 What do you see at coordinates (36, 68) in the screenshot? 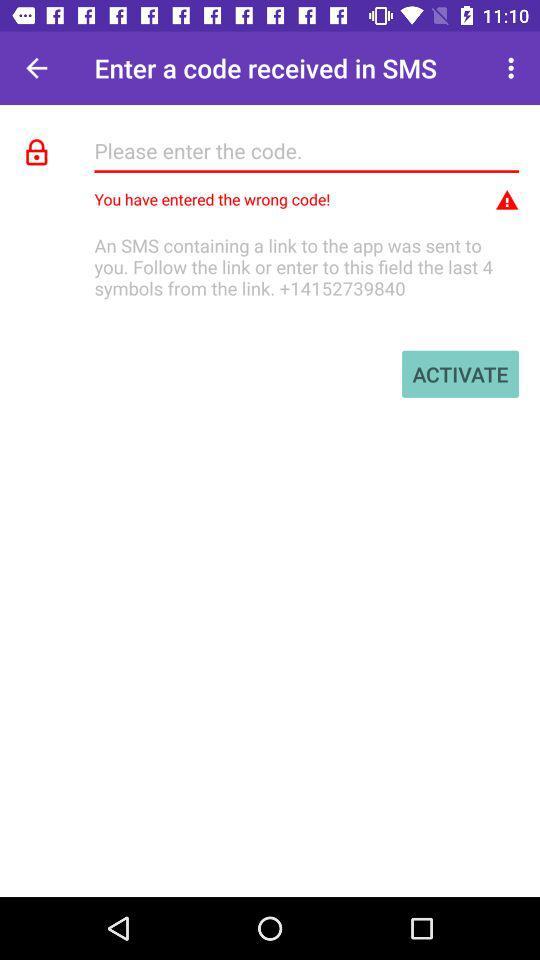
I see `the item next to the enter a code item` at bounding box center [36, 68].